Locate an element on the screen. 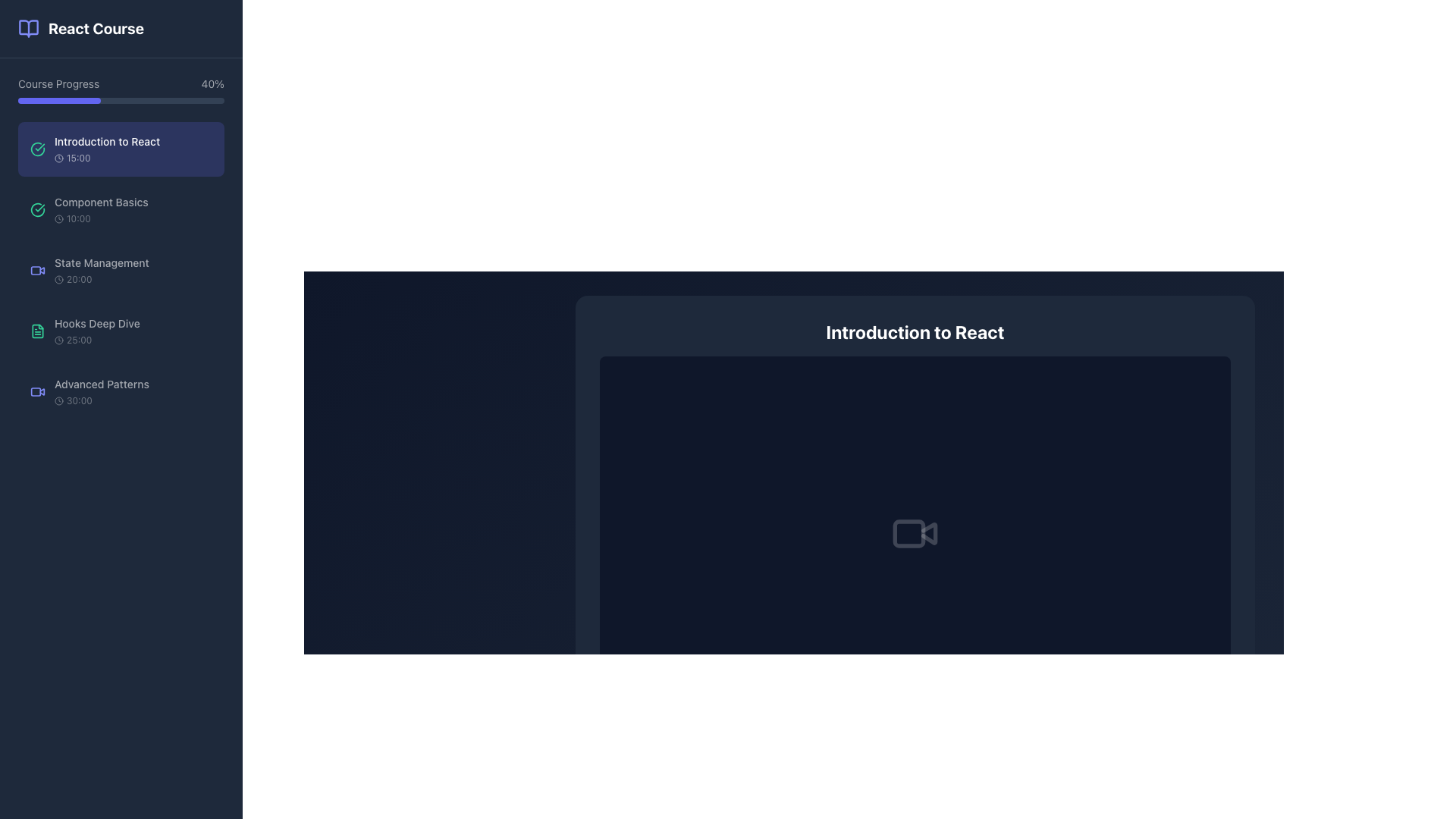 The width and height of the screenshot is (1456, 819). the status indication of the circular green icon with a checkmark inside, located in the sidebar next to 'Component Basics' is located at coordinates (37, 210).